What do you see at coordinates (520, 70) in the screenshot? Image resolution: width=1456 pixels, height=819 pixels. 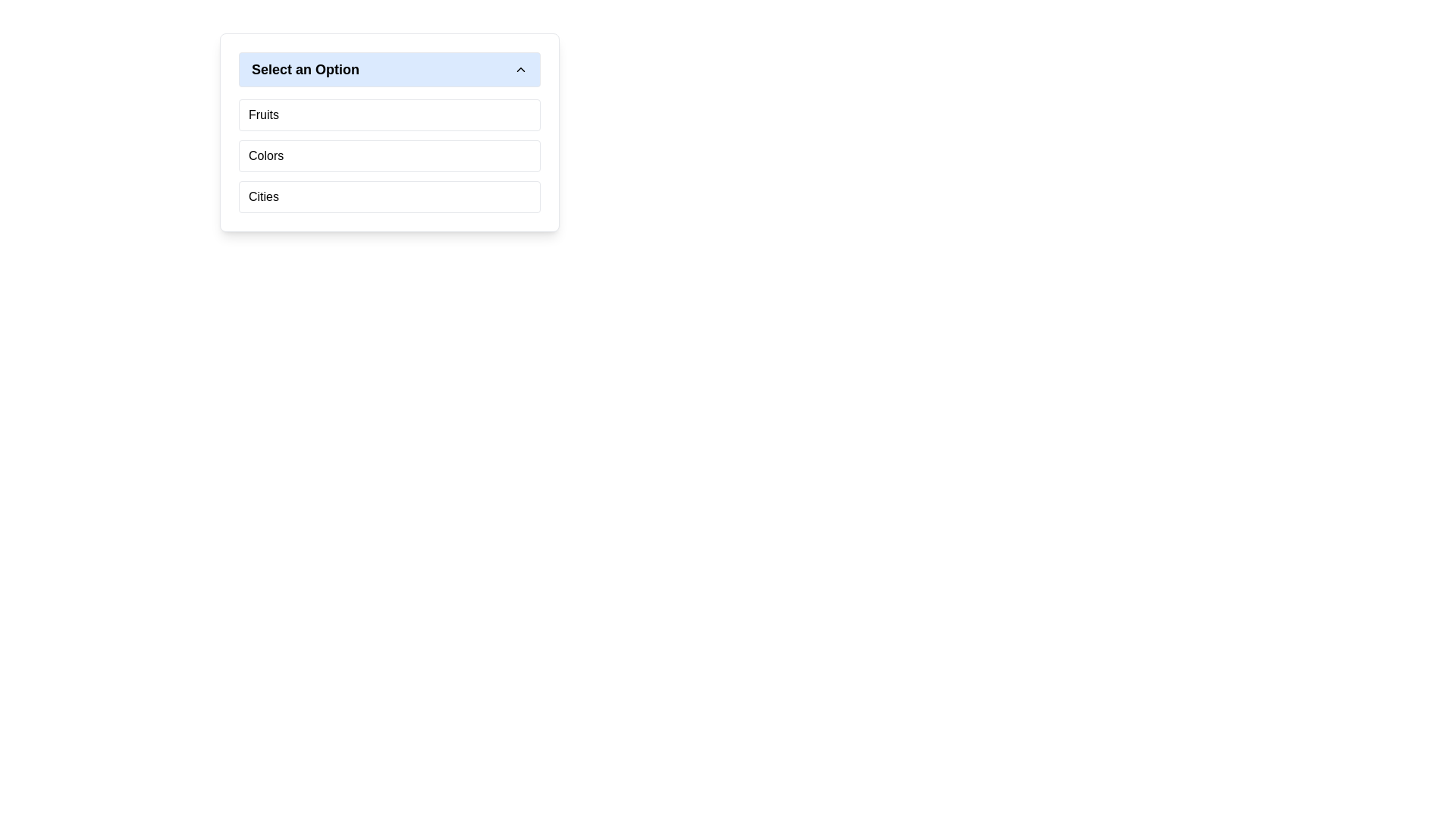 I see `the upward-facing chevron icon located at the far right of the 'Select an Option' dropdown header` at bounding box center [520, 70].